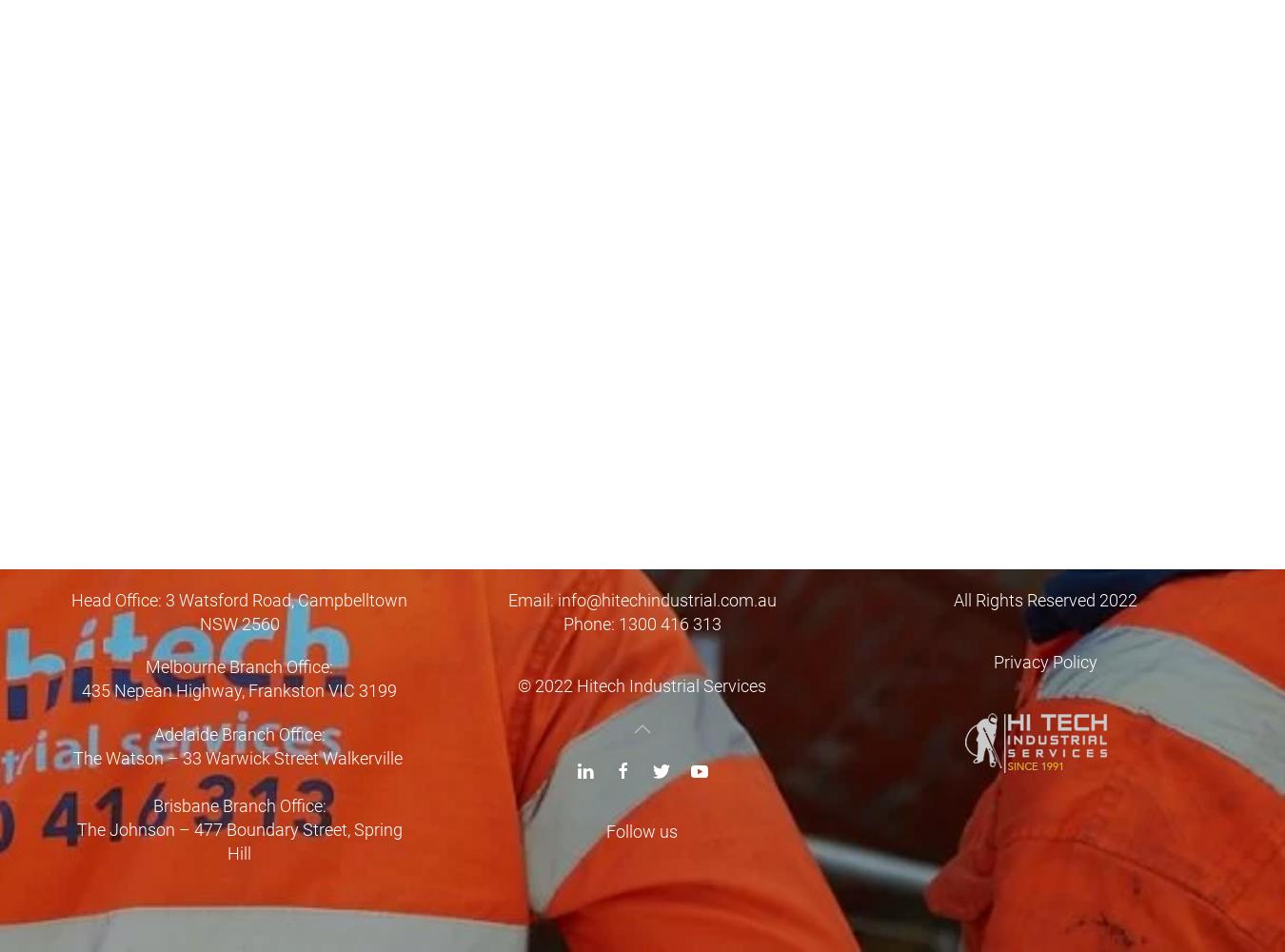 The image size is (1285, 952). Describe the element at coordinates (667, 623) in the screenshot. I see `'1300 416 313'` at that location.